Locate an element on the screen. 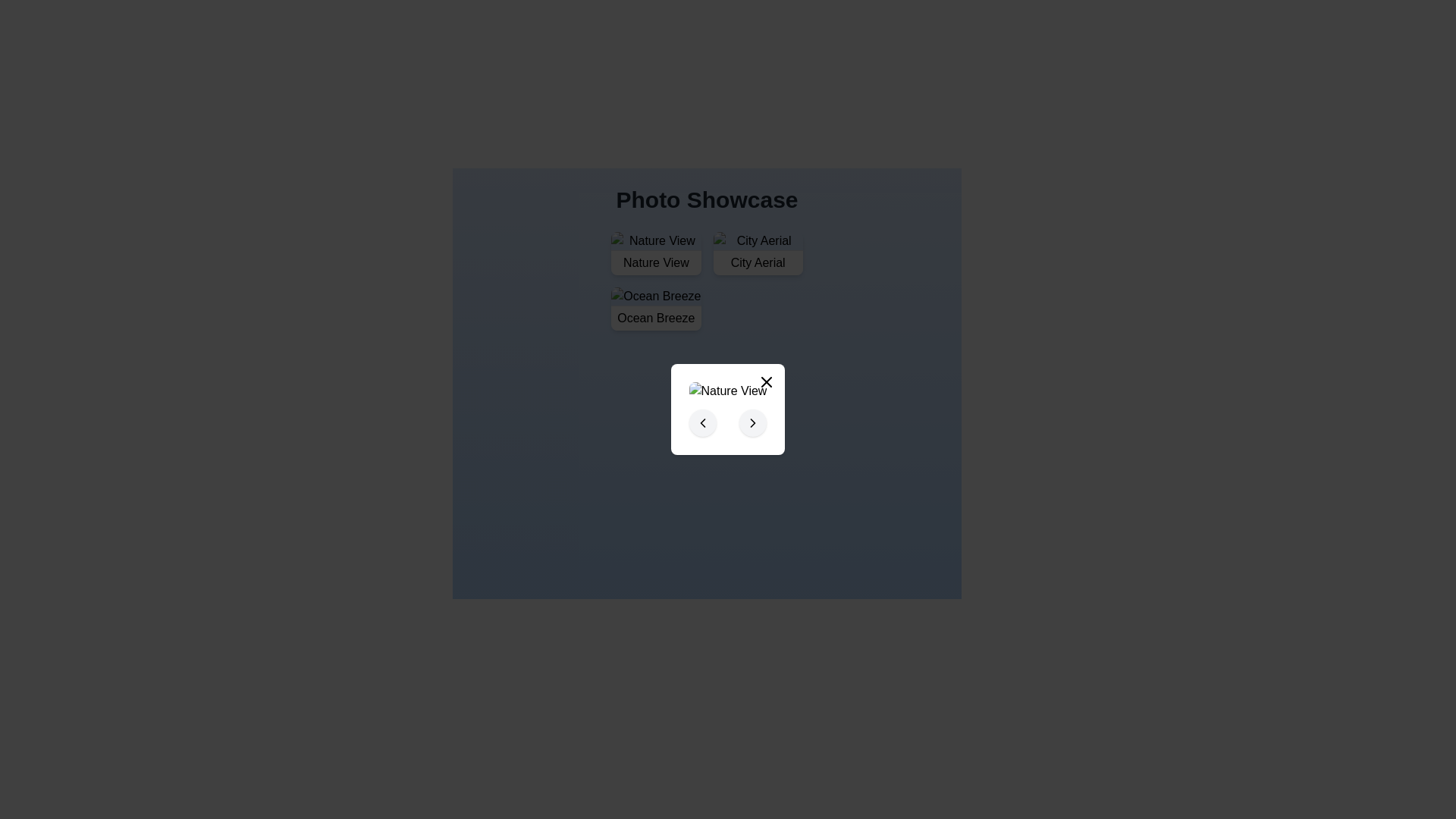 This screenshot has width=1456, height=819. text content of the Text Label displaying 'Ocean Breeze', which is centered and has a white background with a top border is located at coordinates (656, 317).